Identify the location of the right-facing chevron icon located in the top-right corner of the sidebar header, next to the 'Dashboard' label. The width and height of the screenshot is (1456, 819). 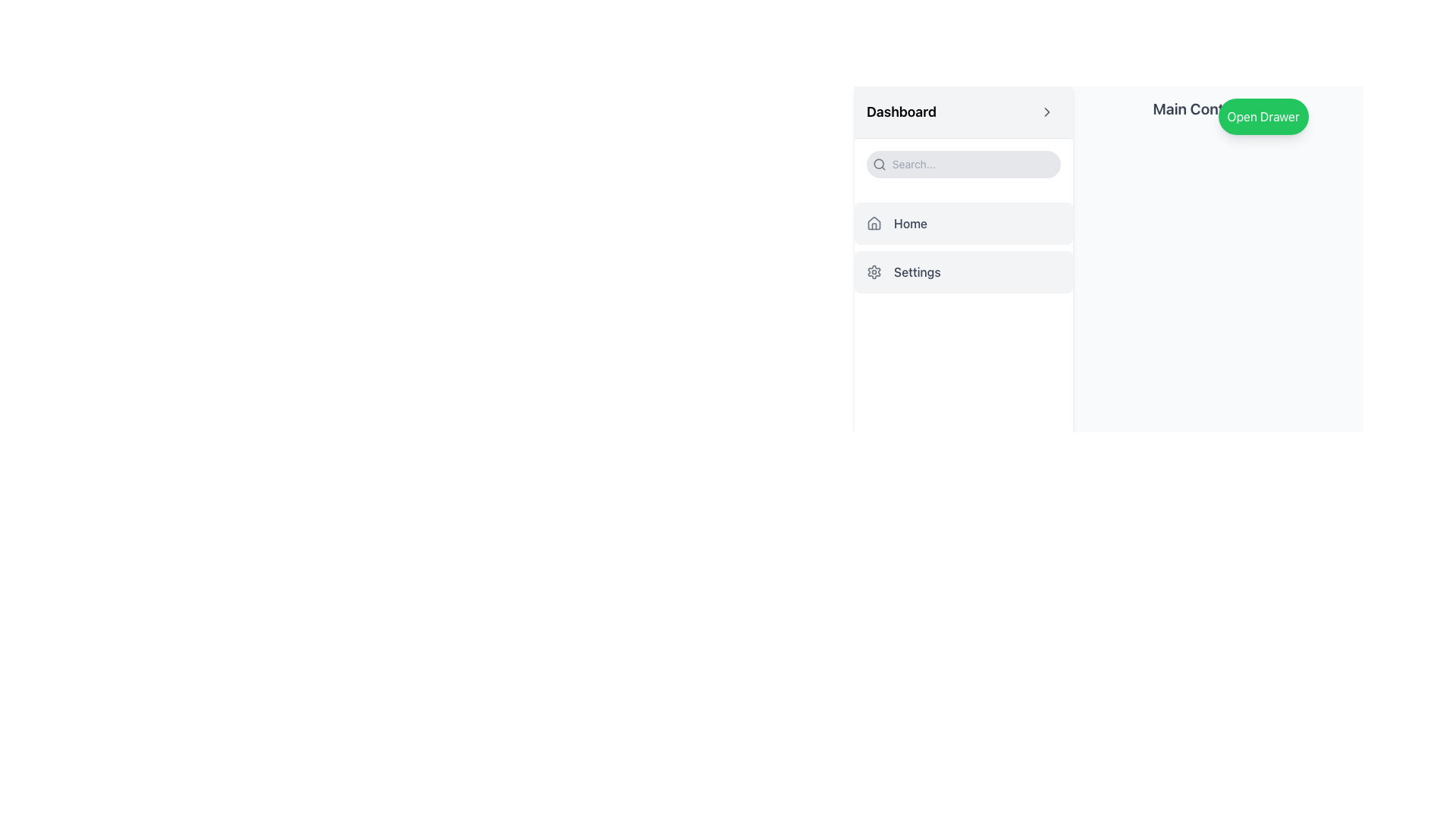
(1046, 111).